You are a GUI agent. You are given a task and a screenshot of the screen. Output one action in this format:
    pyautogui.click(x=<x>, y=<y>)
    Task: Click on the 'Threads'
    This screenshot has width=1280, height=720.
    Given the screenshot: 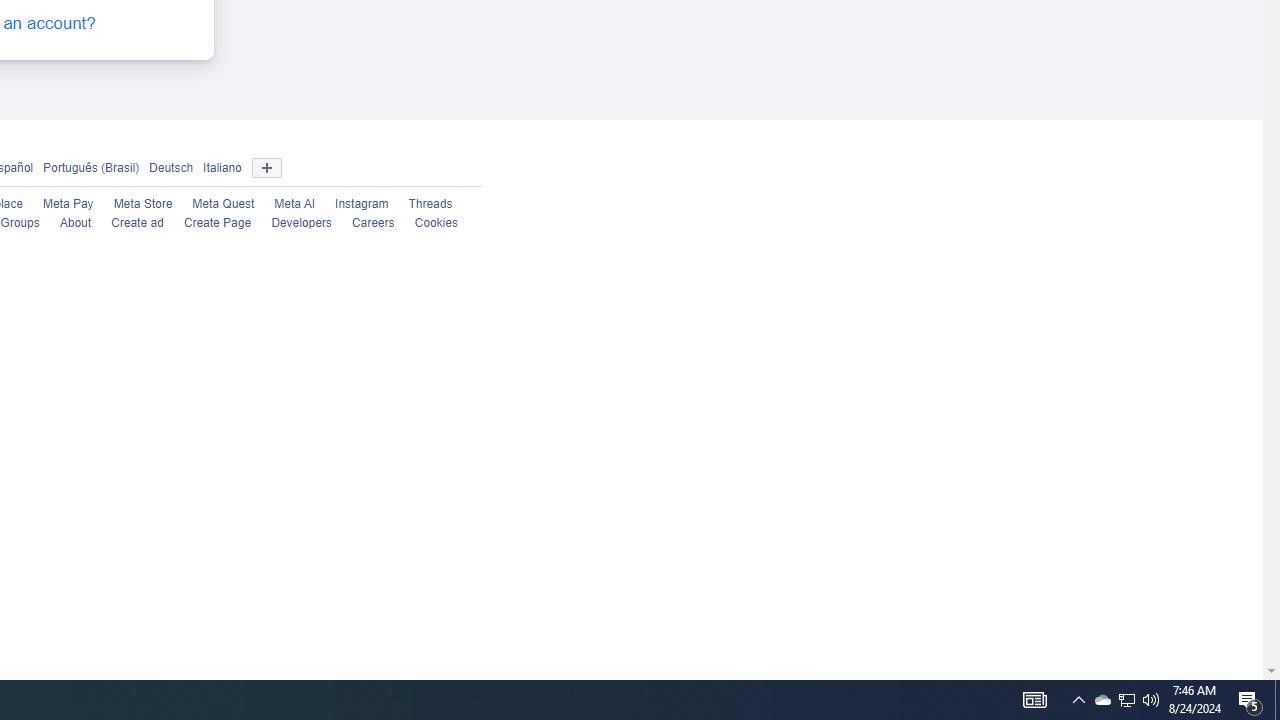 What is the action you would take?
    pyautogui.click(x=429, y=204)
    